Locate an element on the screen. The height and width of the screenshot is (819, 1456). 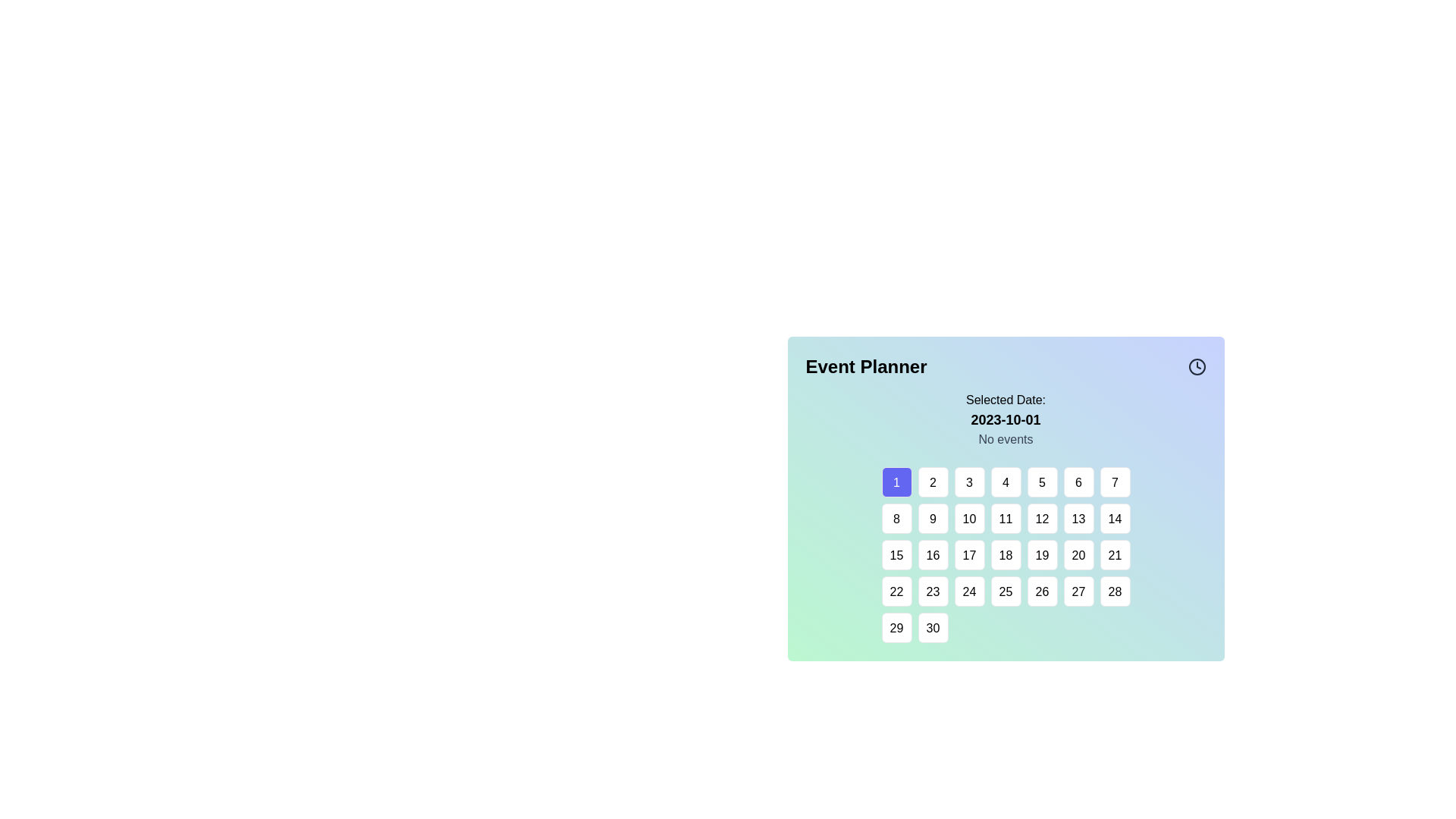
the square-shaped button labeled '3' with a white background and black text is located at coordinates (968, 482).